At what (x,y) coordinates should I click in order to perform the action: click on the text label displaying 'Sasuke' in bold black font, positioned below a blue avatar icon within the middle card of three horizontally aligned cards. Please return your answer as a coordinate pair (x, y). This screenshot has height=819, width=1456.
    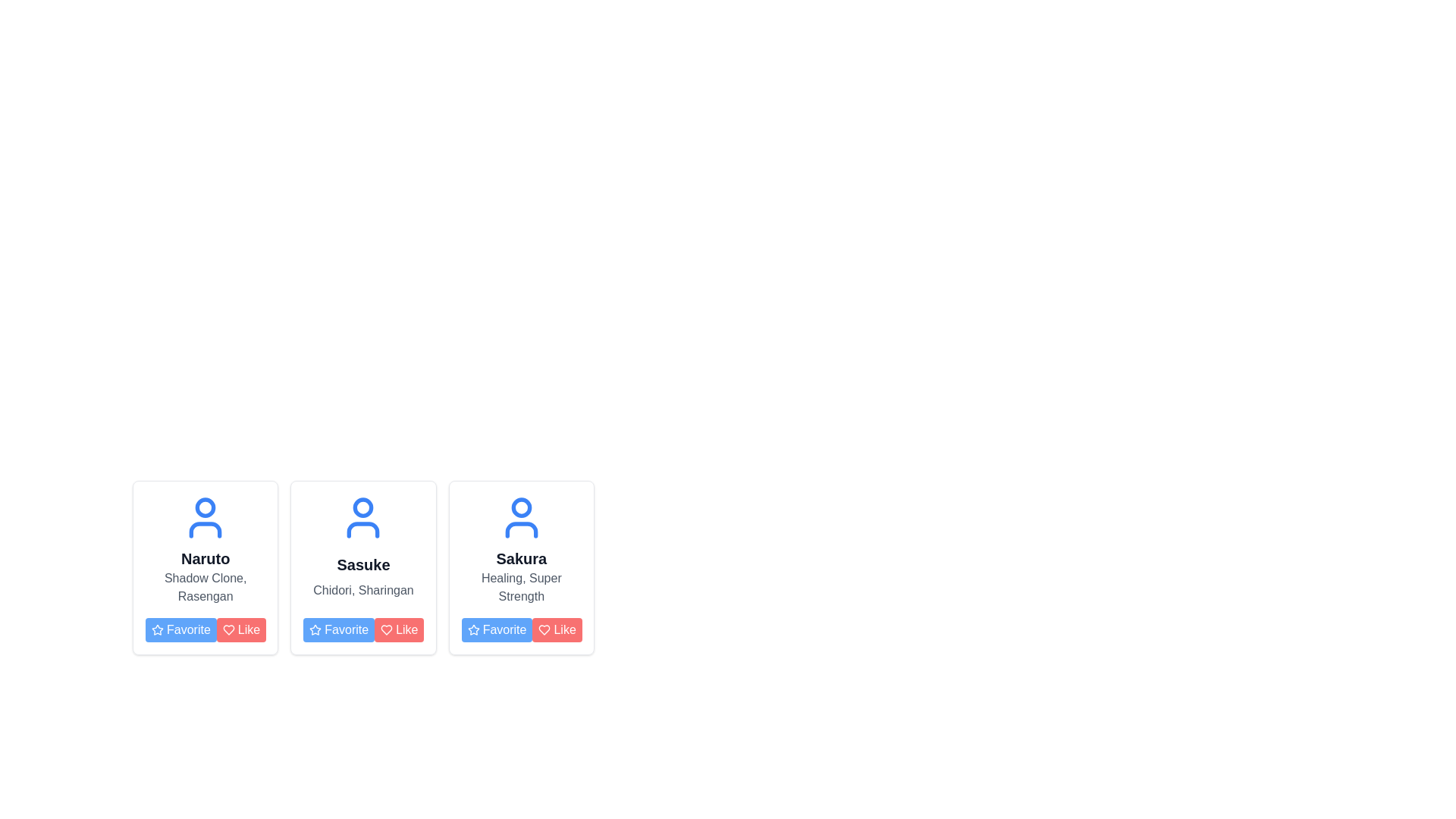
    Looking at the image, I should click on (362, 564).